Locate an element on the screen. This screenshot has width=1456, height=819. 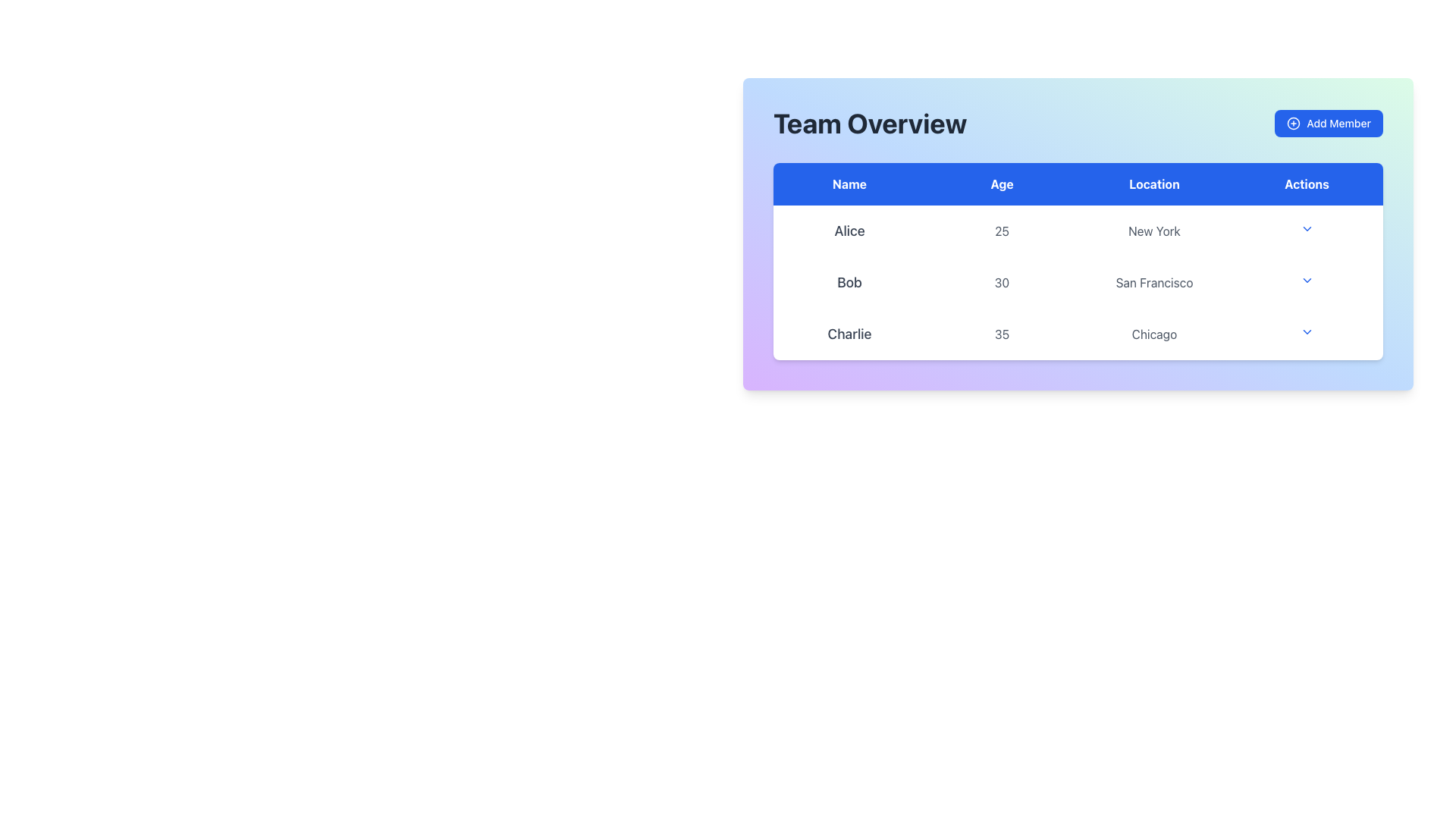
the blue downward-pointing chevron icon button in the 'Actions' column of the second row in the table, adjacent to the 'San Francisco' entry is located at coordinates (1306, 281).